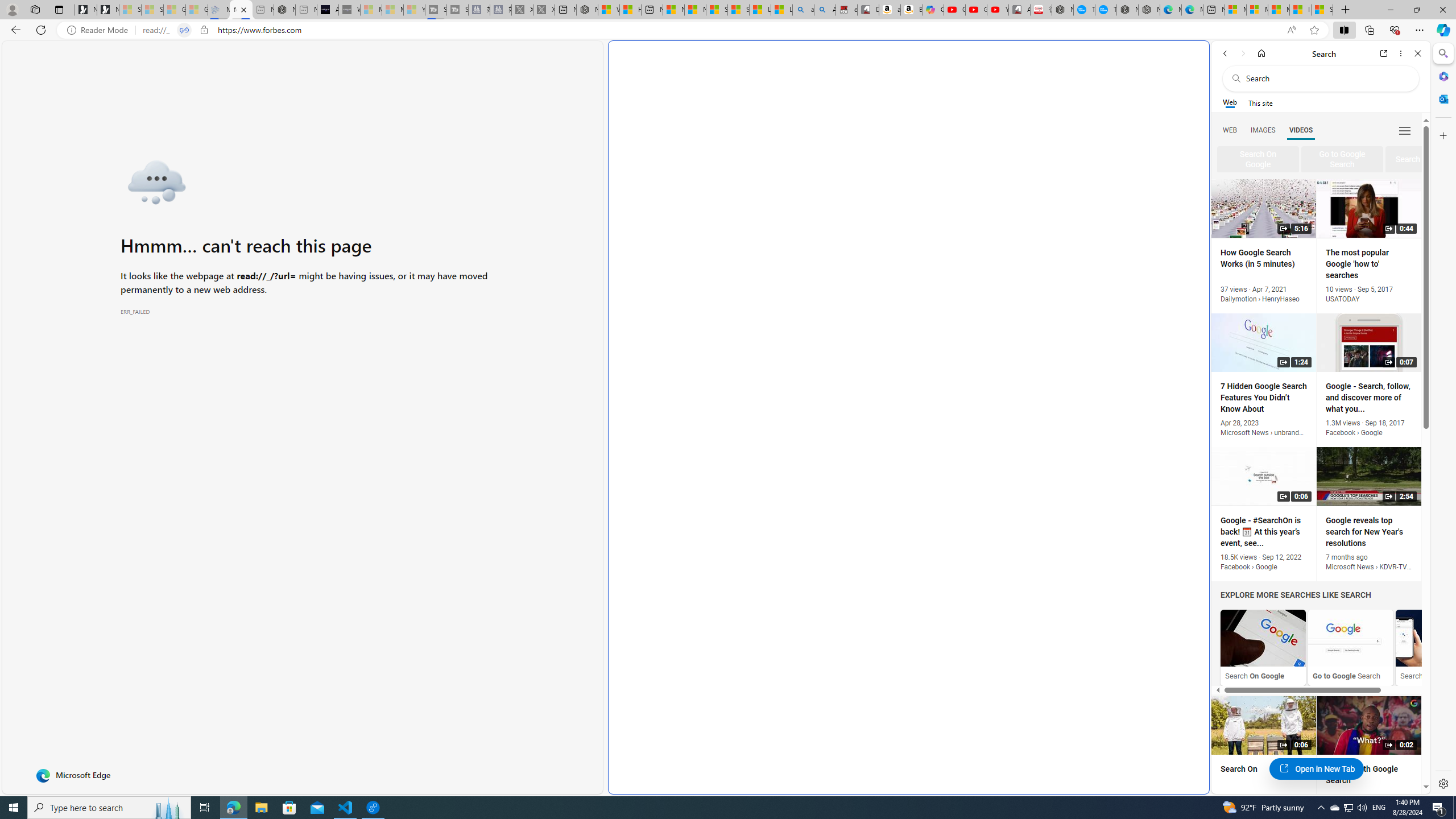 Image resolution: width=1456 pixels, height=819 pixels. What do you see at coordinates (1262, 638) in the screenshot?
I see `'Search On Google'` at bounding box center [1262, 638].